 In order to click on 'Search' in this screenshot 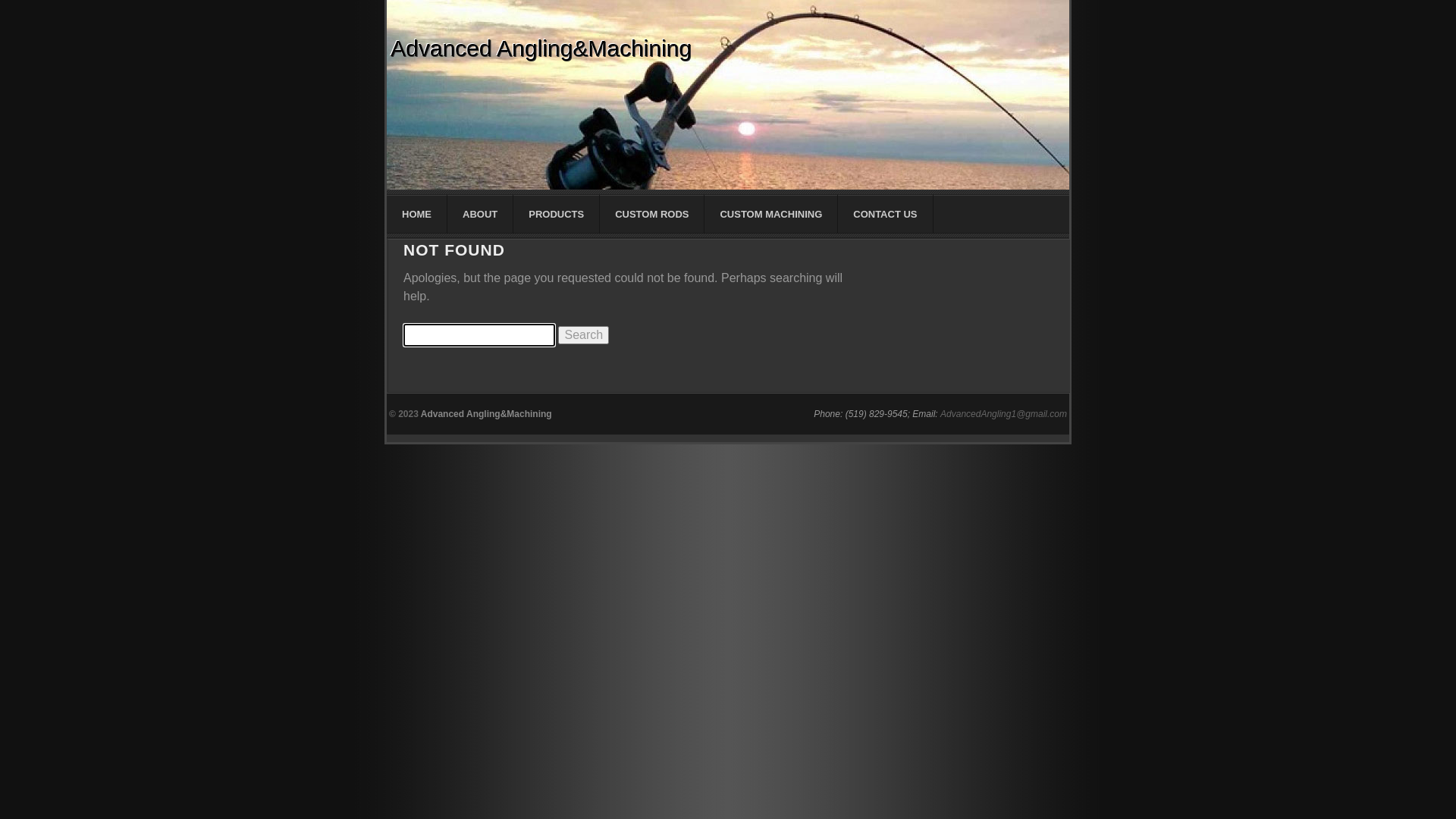, I will do `click(582, 334)`.